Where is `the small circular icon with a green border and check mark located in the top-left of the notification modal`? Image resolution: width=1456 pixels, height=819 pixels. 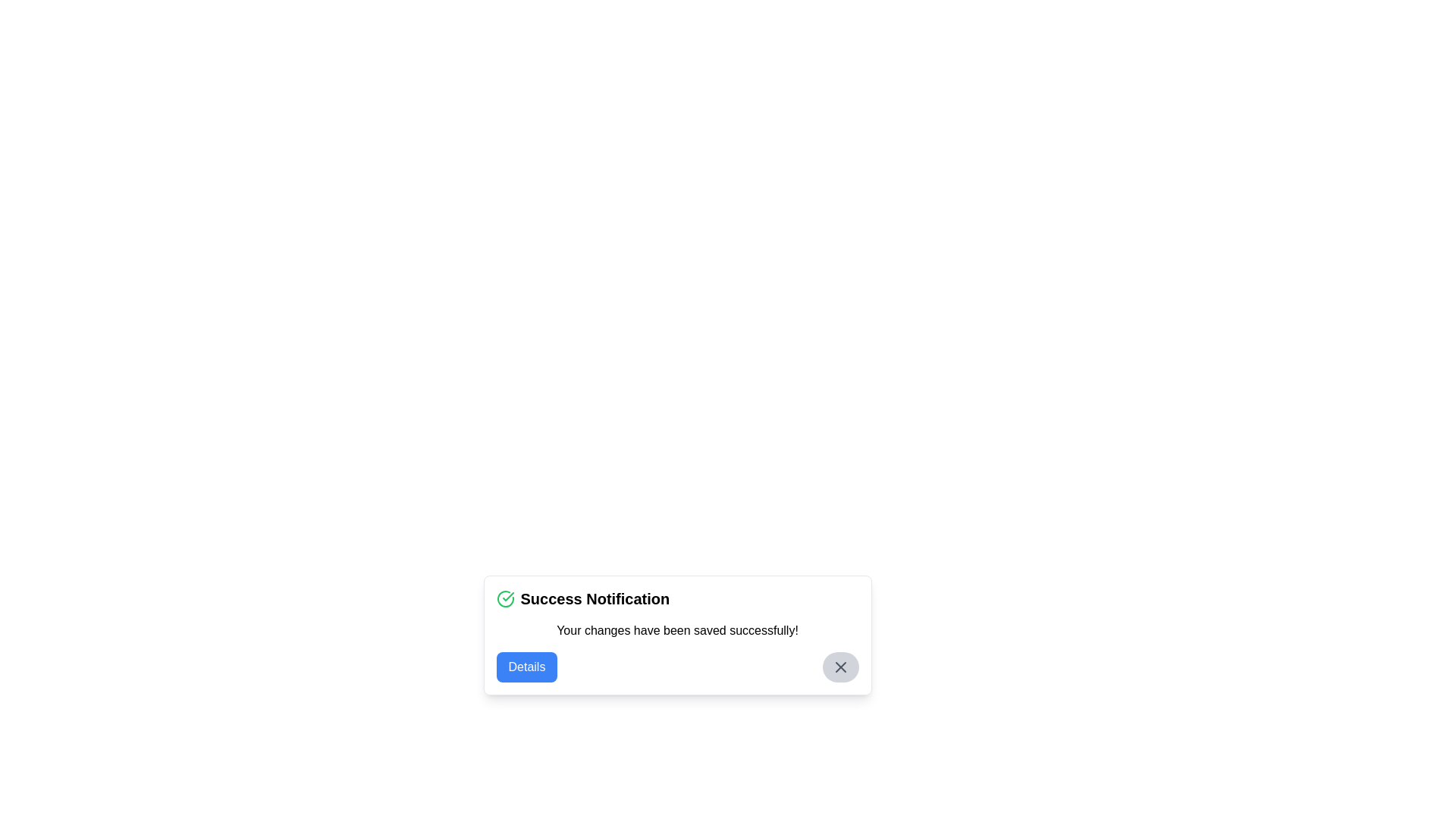
the small circular icon with a green border and check mark located in the top-left of the notification modal is located at coordinates (505, 598).